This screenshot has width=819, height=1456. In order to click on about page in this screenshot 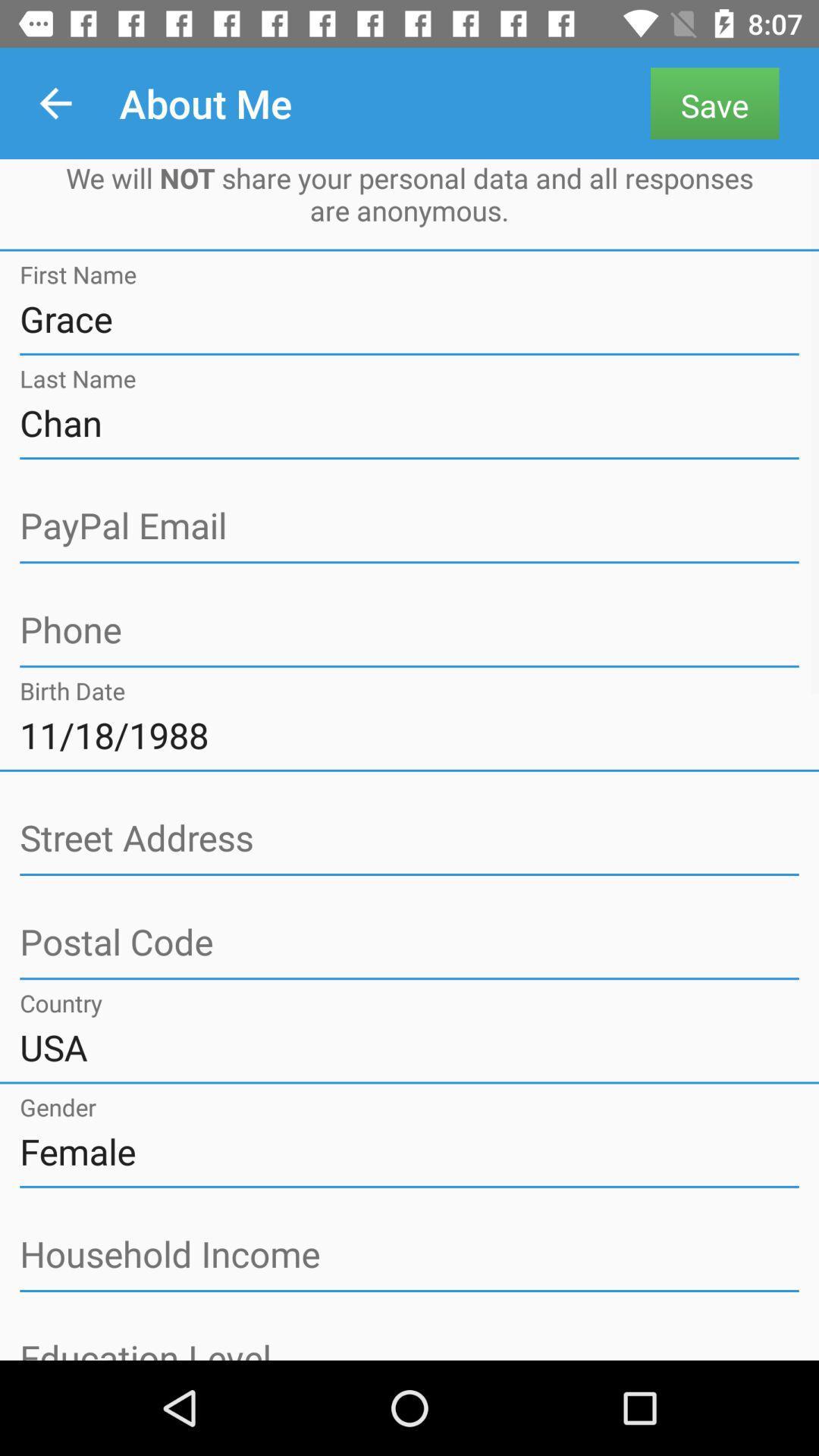, I will do `click(409, 526)`.